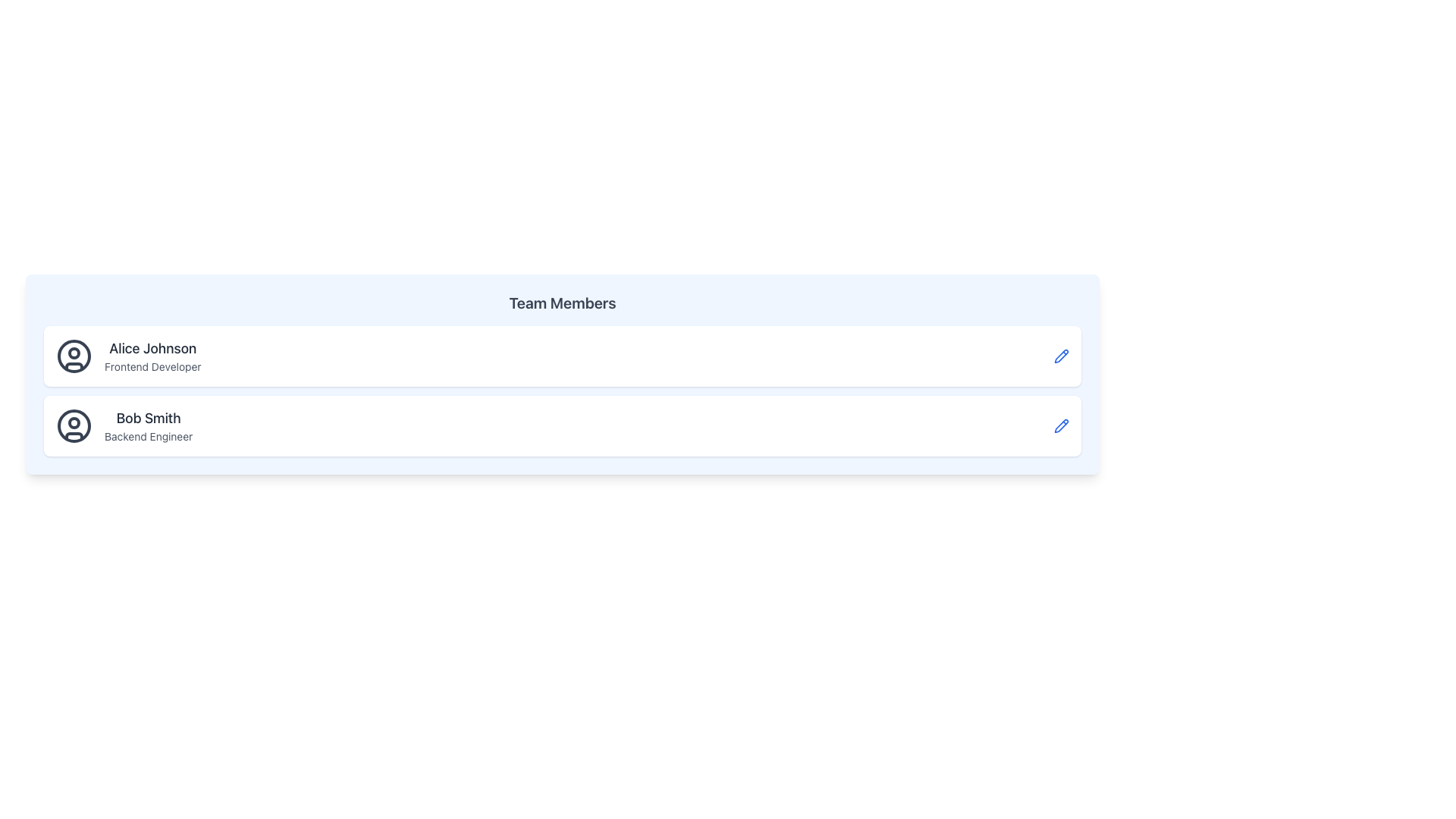  Describe the element at coordinates (152, 348) in the screenshot. I see `the text element displaying the name 'Alice Johnson', which is in bold, medium font size and dark gray color, located near the upper-left corner of the team member's card` at that location.